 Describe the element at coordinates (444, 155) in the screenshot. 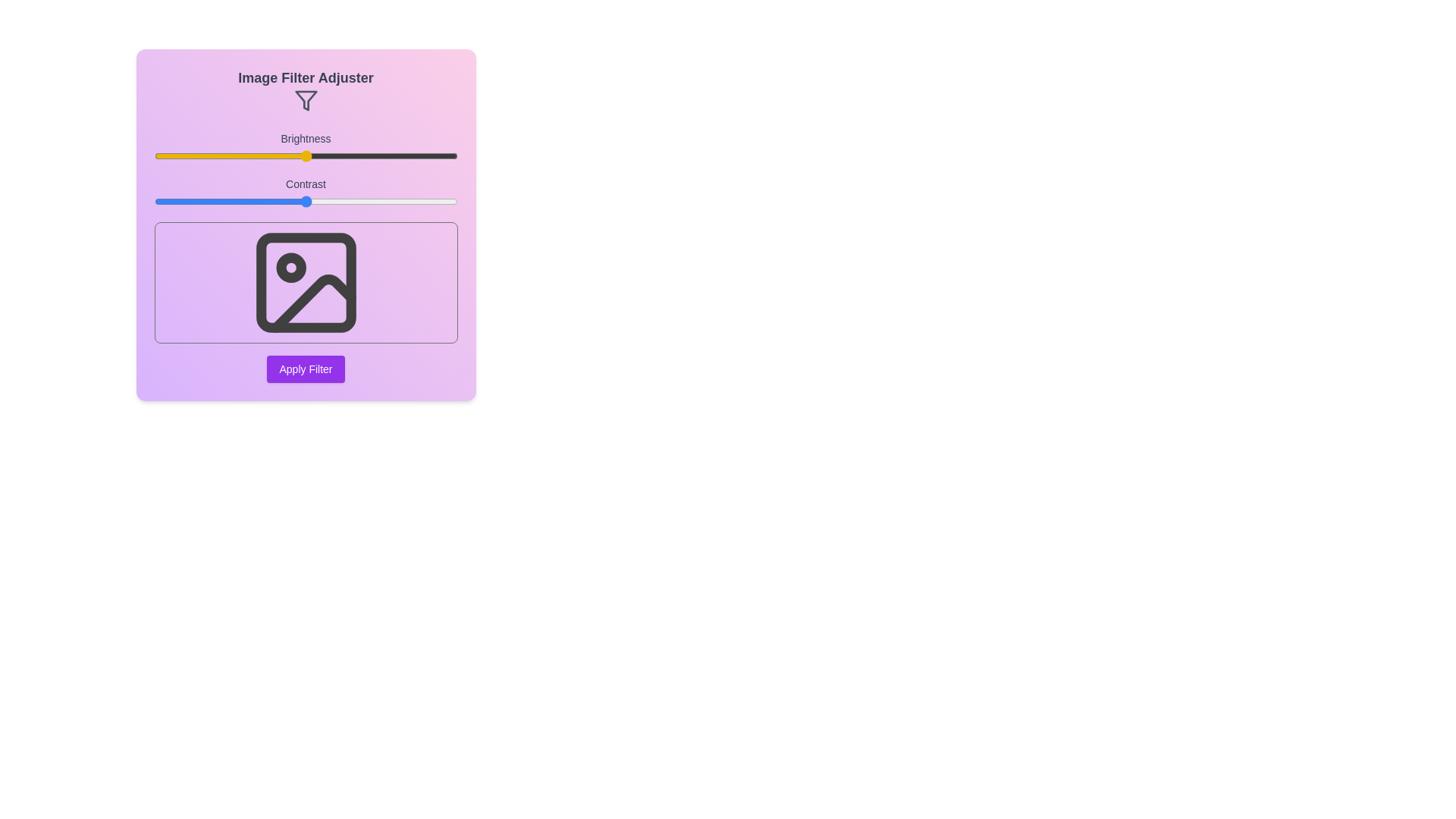

I see `the brightness slider to 96%` at that location.